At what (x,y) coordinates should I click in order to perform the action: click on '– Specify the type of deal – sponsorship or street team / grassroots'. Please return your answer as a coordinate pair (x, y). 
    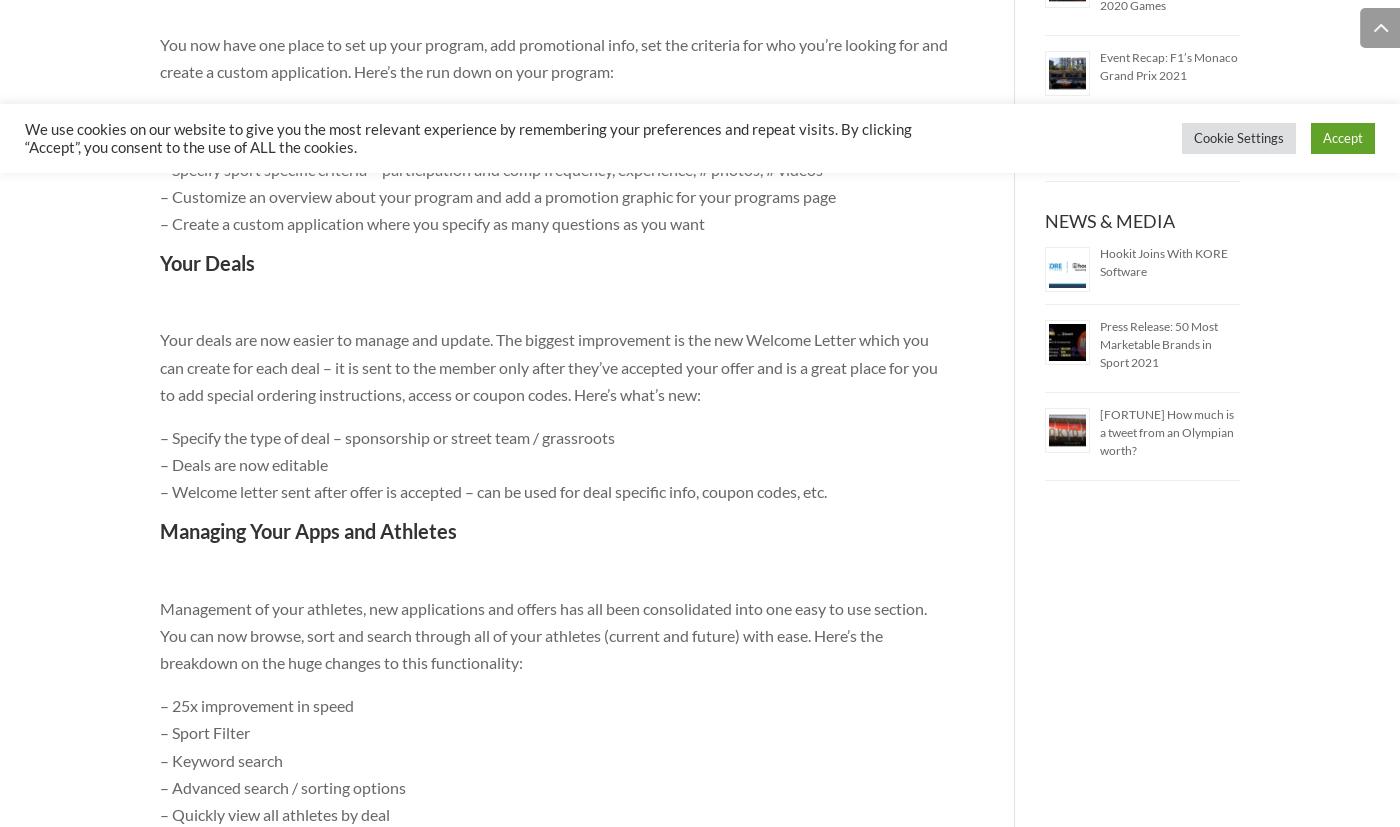
    Looking at the image, I should click on (387, 435).